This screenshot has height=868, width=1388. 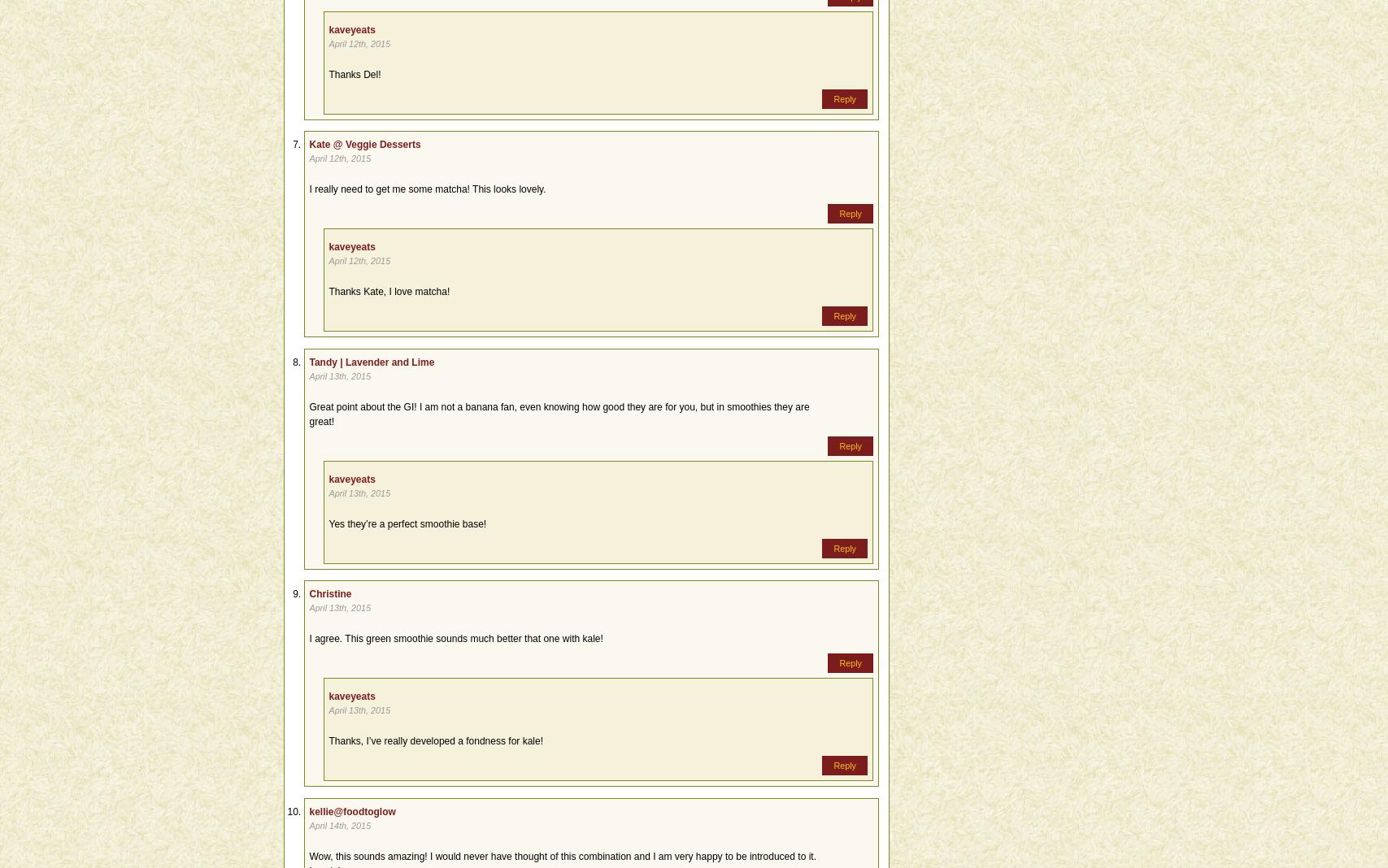 I want to click on 'I agree. This green smoothie sounds much better that one with kale!', so click(x=455, y=639).